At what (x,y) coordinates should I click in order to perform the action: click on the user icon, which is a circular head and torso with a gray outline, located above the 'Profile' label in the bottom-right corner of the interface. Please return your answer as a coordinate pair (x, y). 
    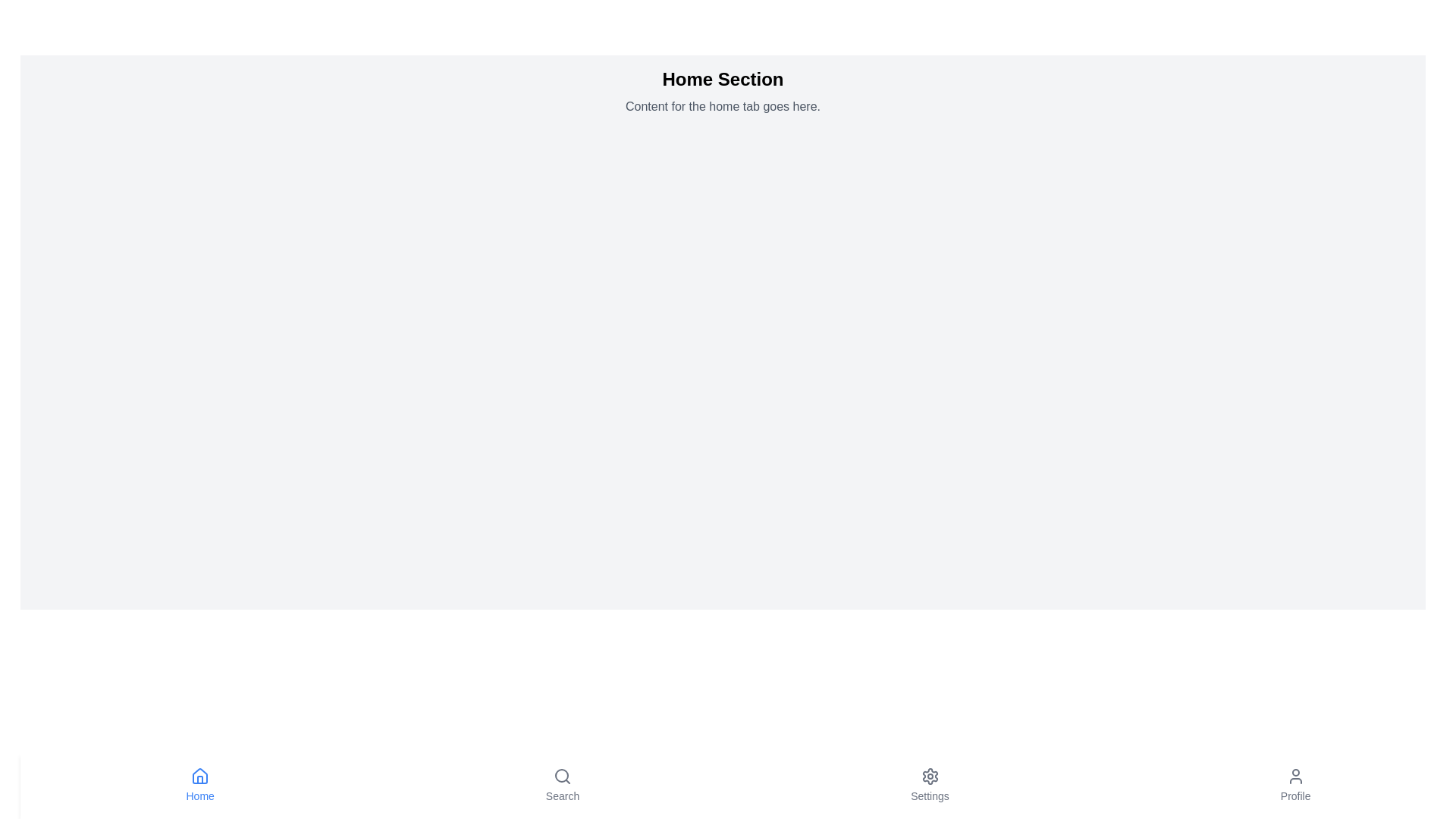
    Looking at the image, I should click on (1294, 776).